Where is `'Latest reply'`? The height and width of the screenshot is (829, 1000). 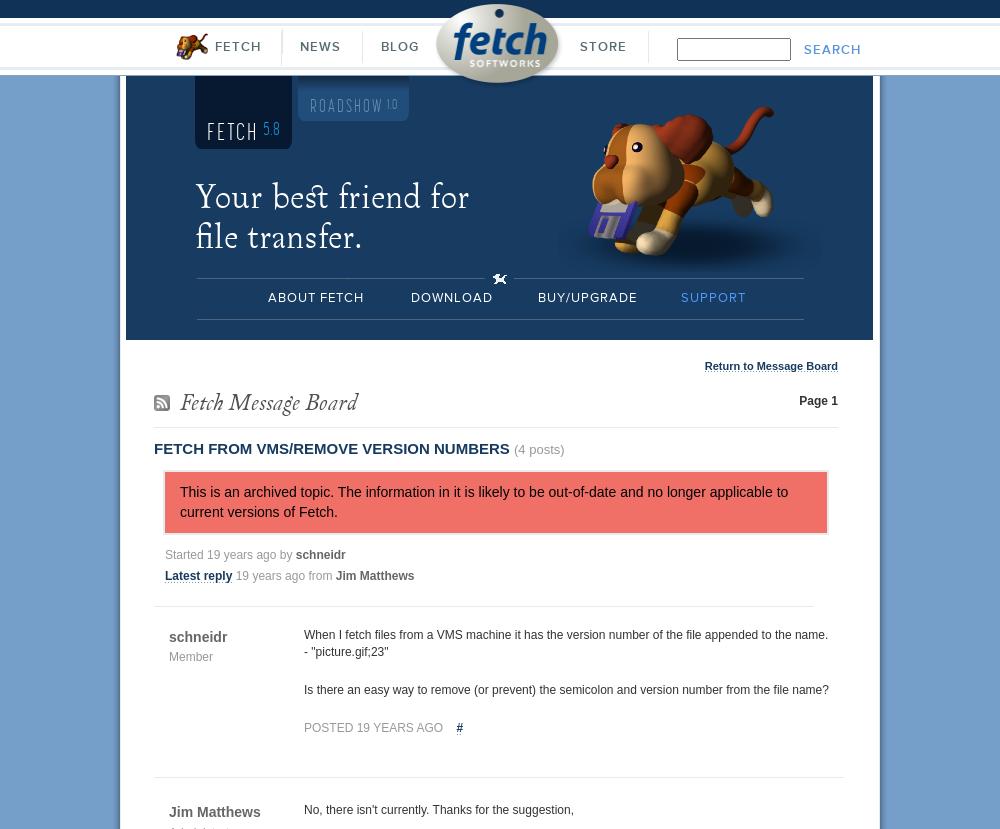
'Latest reply' is located at coordinates (197, 573).